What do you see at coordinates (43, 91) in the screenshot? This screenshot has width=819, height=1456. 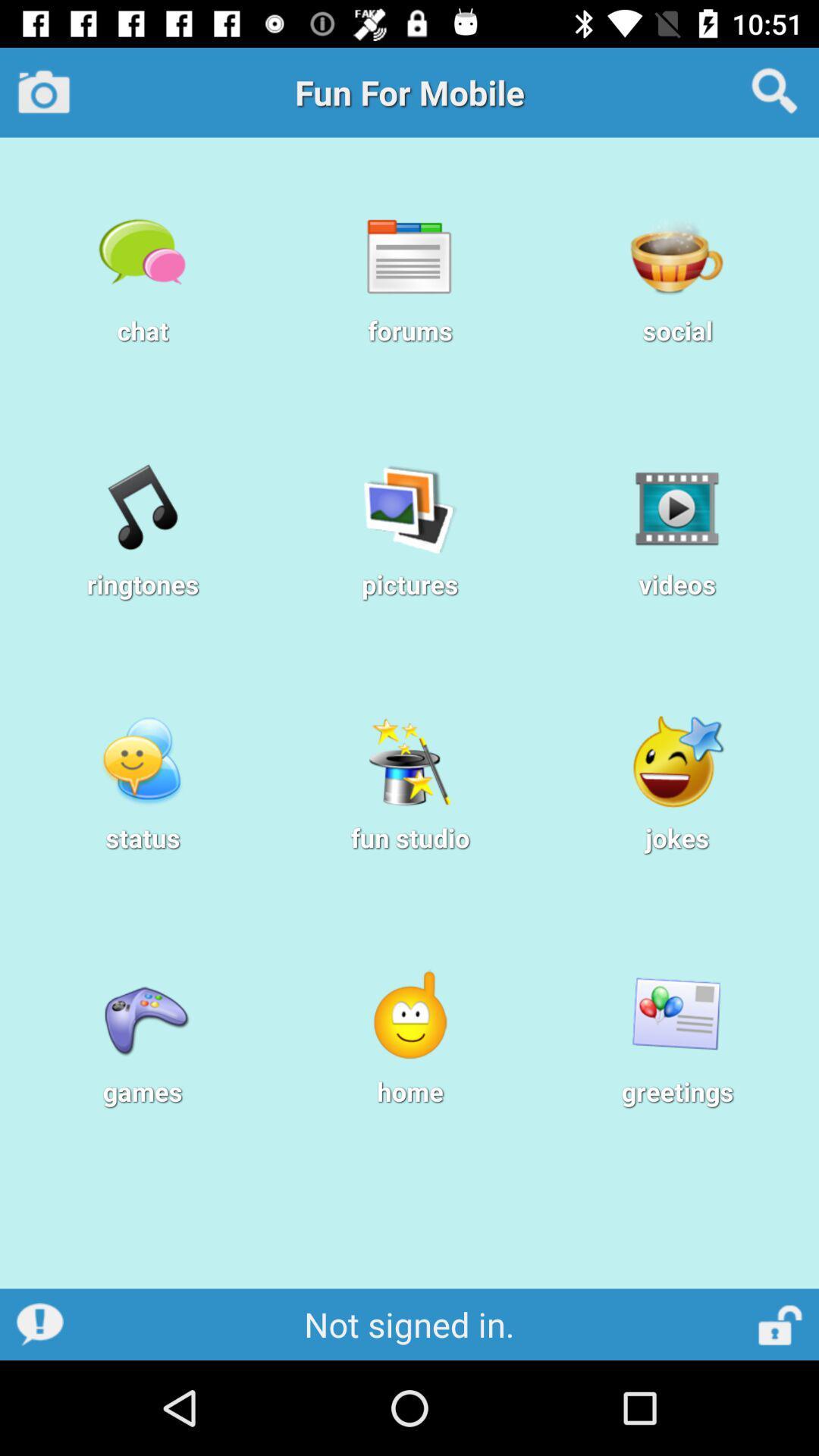 I see `camera` at bounding box center [43, 91].